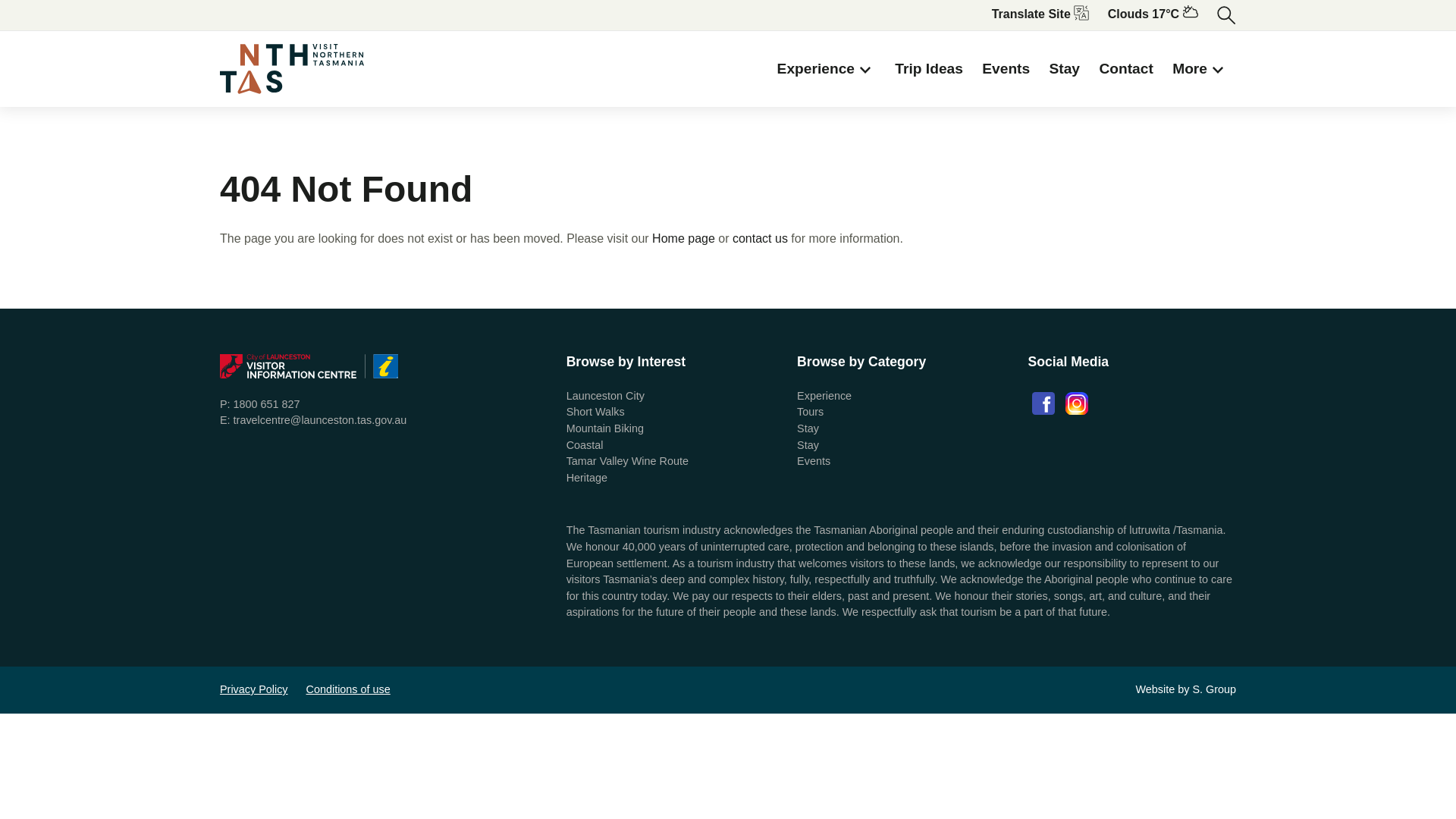  I want to click on 'More', so click(1200, 69).